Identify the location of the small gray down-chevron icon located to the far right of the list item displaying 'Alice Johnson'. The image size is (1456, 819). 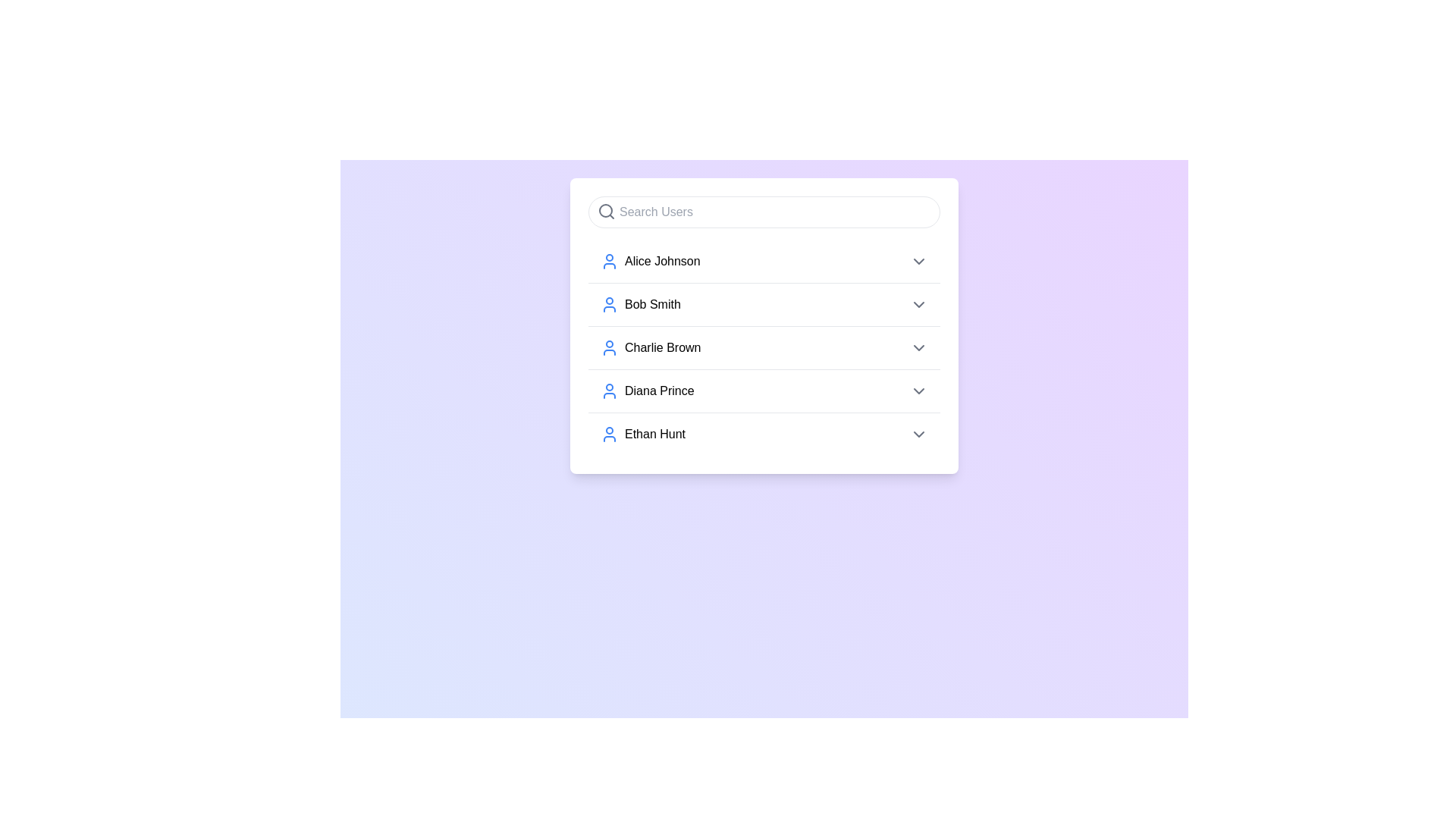
(918, 260).